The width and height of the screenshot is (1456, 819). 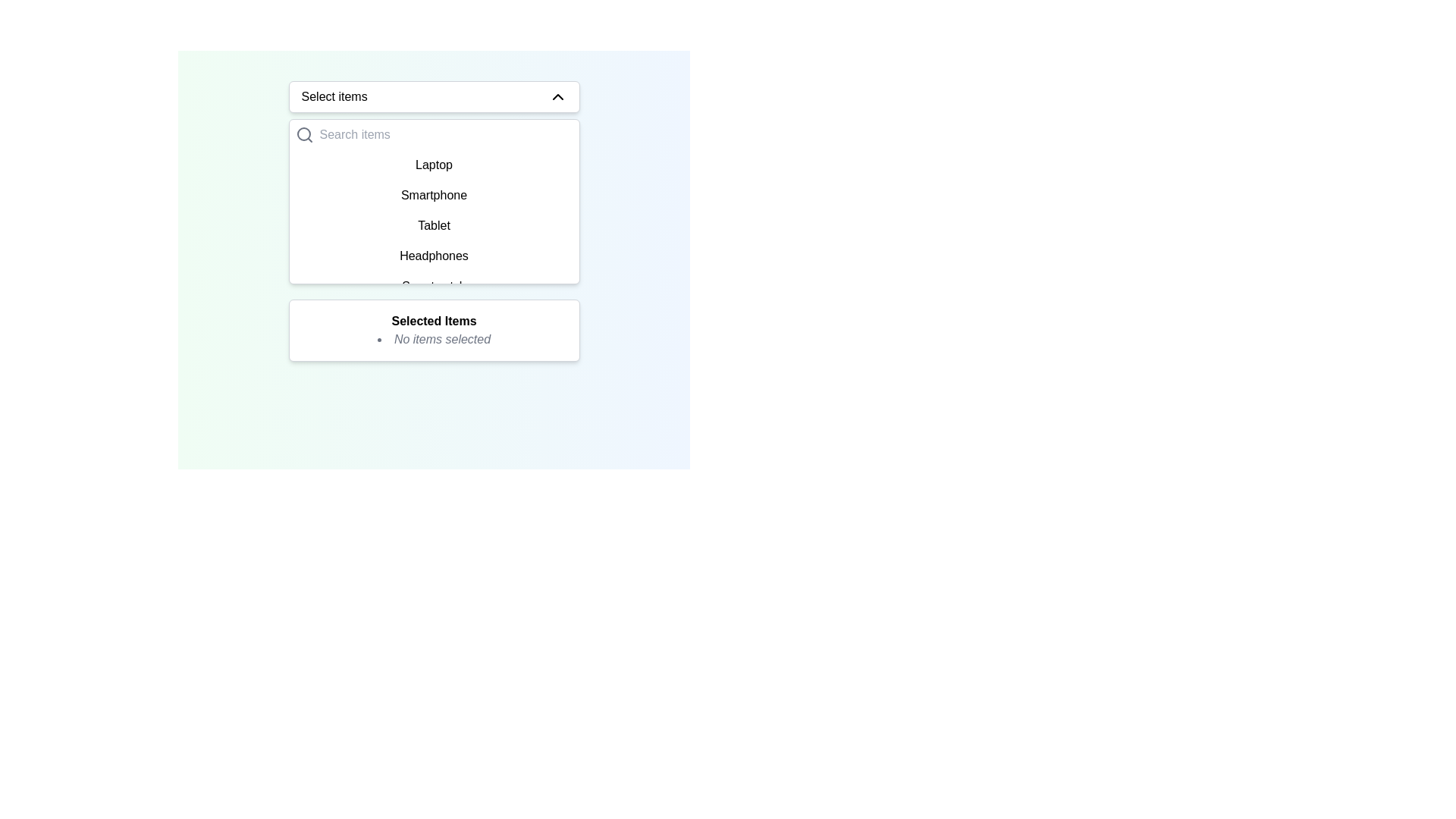 I want to click on the toggle icon on the far right of the dropdown menu header, so click(x=557, y=96).